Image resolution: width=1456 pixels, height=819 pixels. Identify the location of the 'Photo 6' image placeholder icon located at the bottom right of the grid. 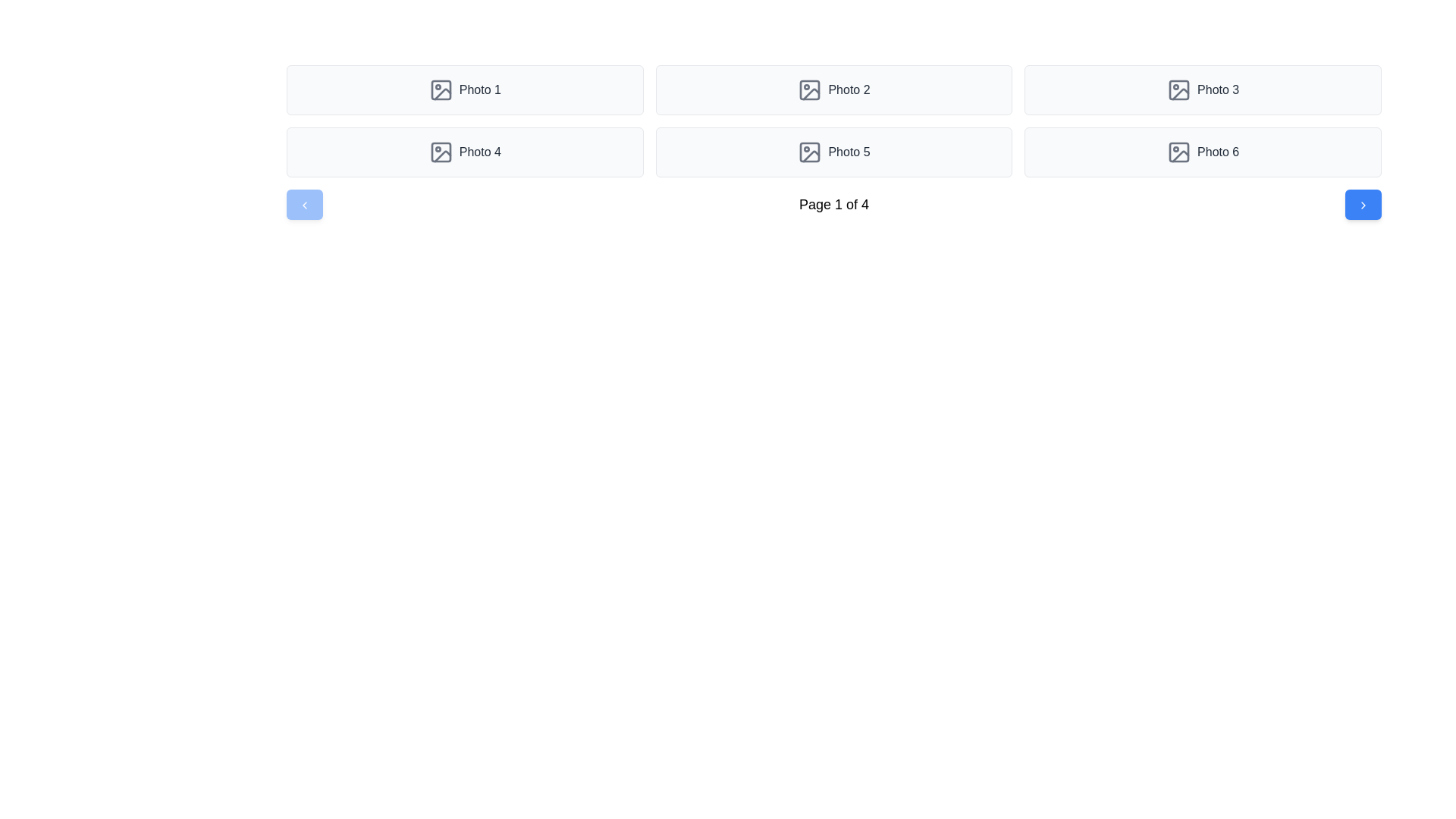
(1178, 152).